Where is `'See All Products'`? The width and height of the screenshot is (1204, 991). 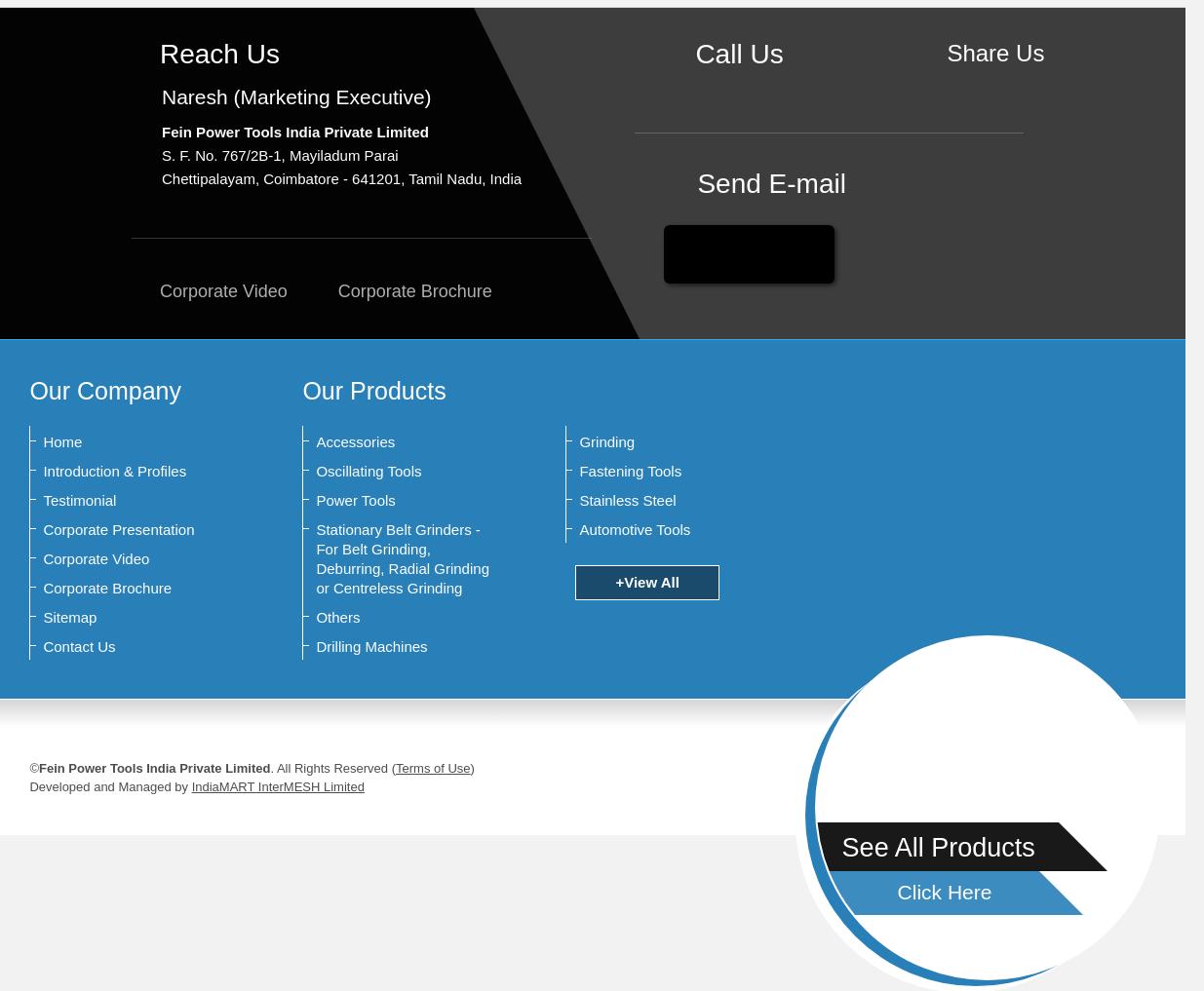
'See All Products' is located at coordinates (936, 848).